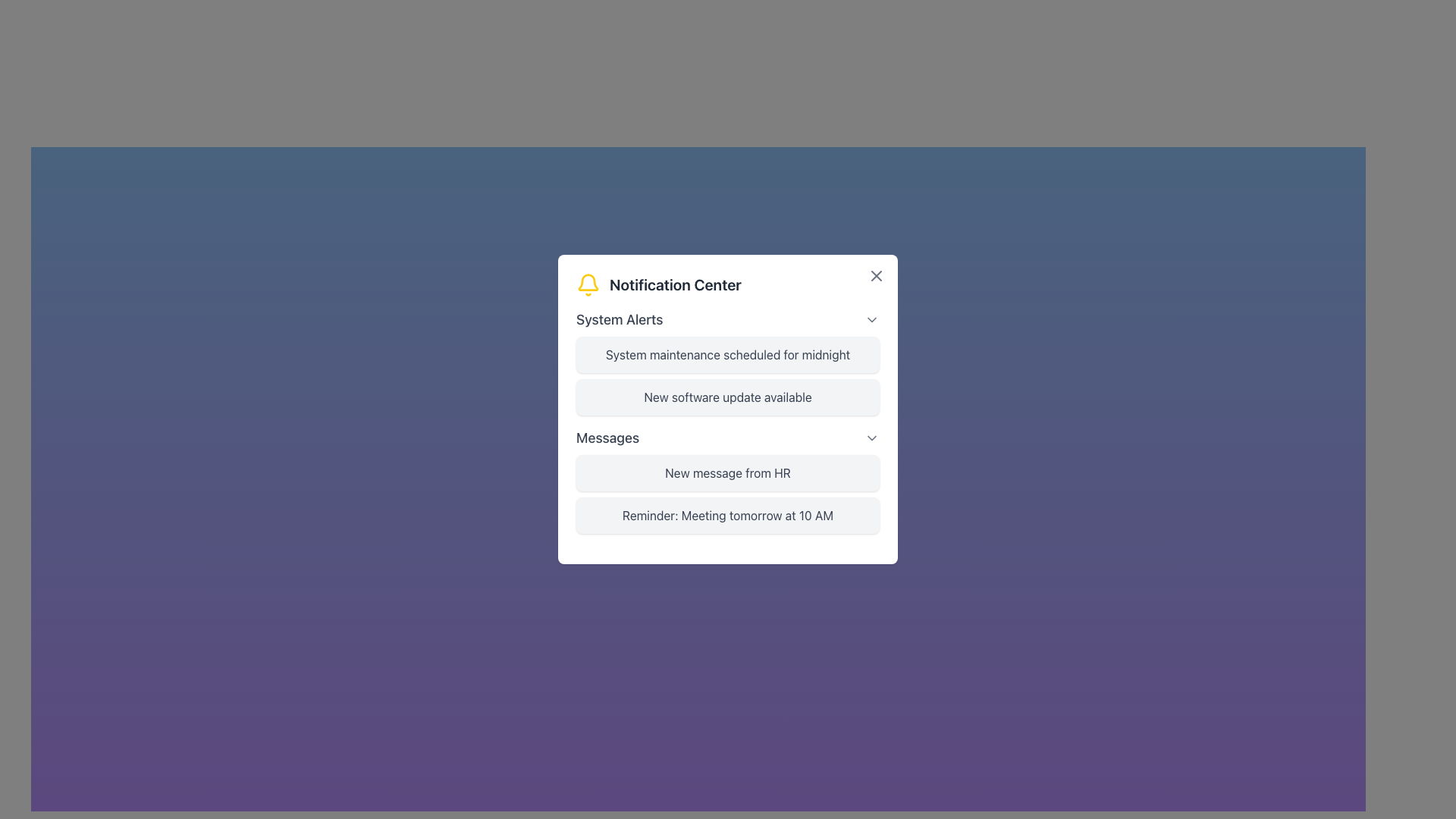  What do you see at coordinates (728, 409) in the screenshot?
I see `the second notification item under the 'System Alerts' header in the Notification Center` at bounding box center [728, 409].